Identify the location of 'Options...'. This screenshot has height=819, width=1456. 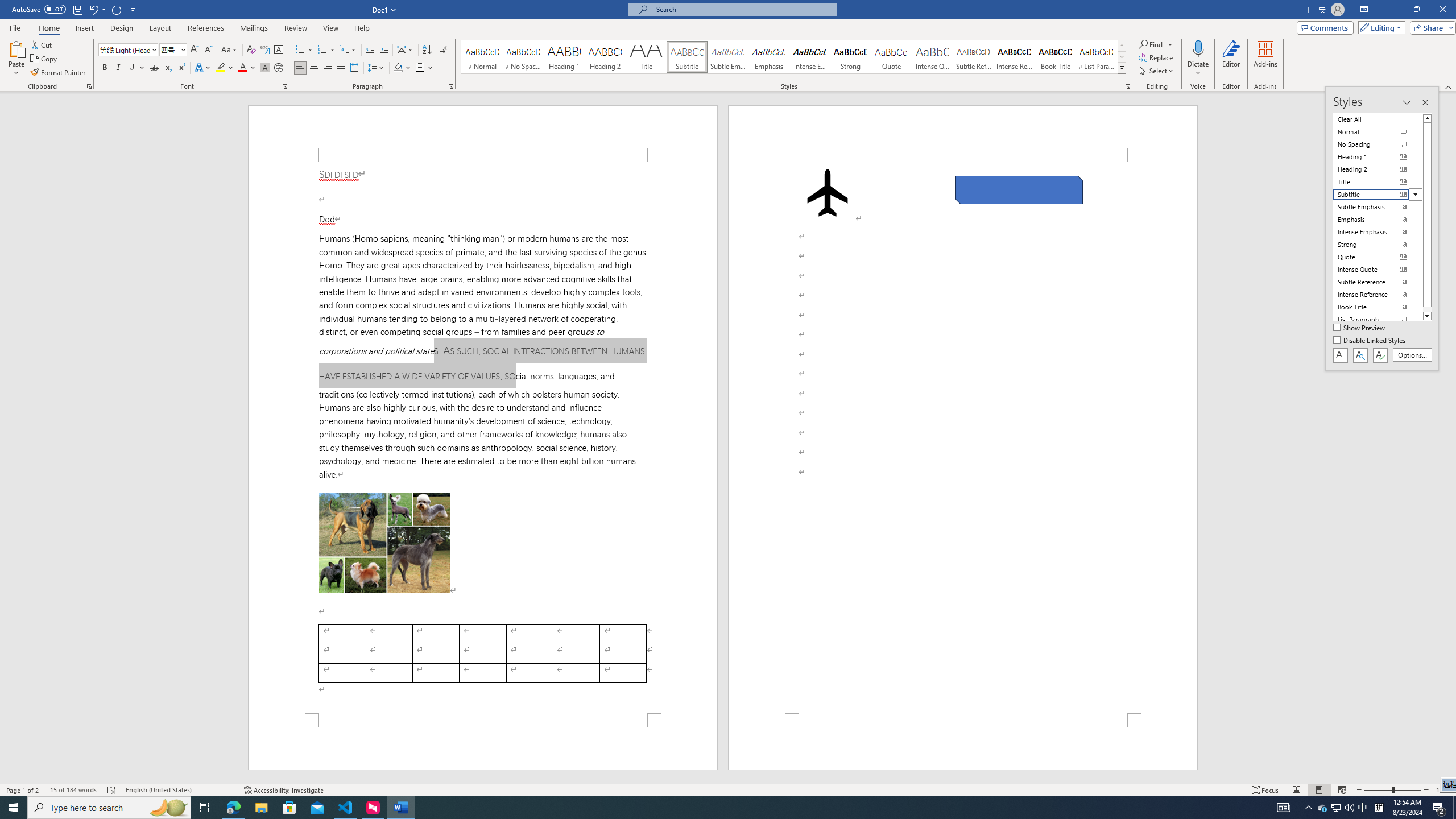
(1412, 355).